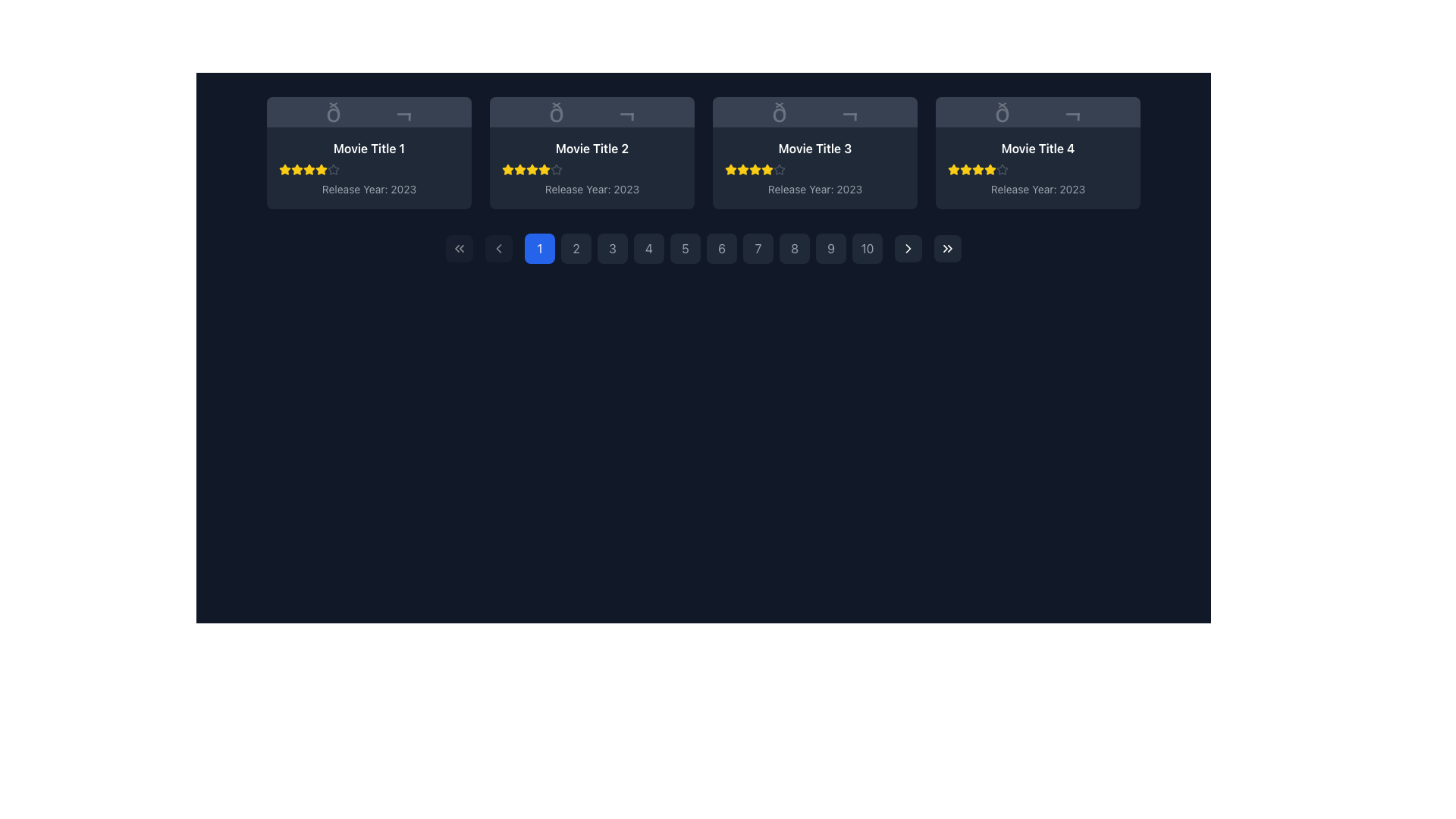 This screenshot has height=819, width=1456. I want to click on the pagination button located at the far-right end of the navigation controls to skip multiple pages forward in the paginated list, so click(946, 247).